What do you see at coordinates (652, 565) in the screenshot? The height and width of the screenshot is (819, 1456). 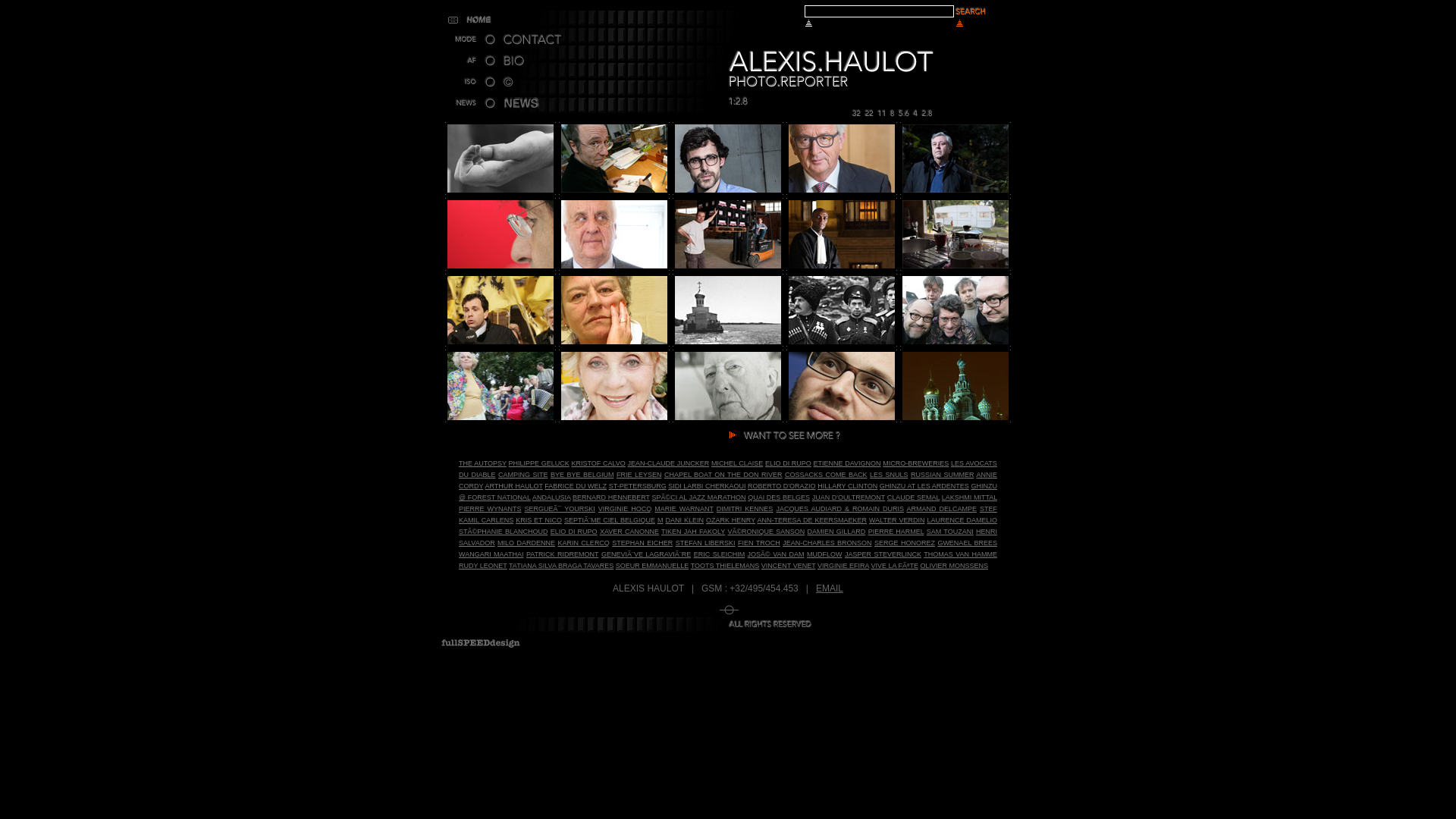 I see `'SOEUR EMMANUELLE'` at bounding box center [652, 565].